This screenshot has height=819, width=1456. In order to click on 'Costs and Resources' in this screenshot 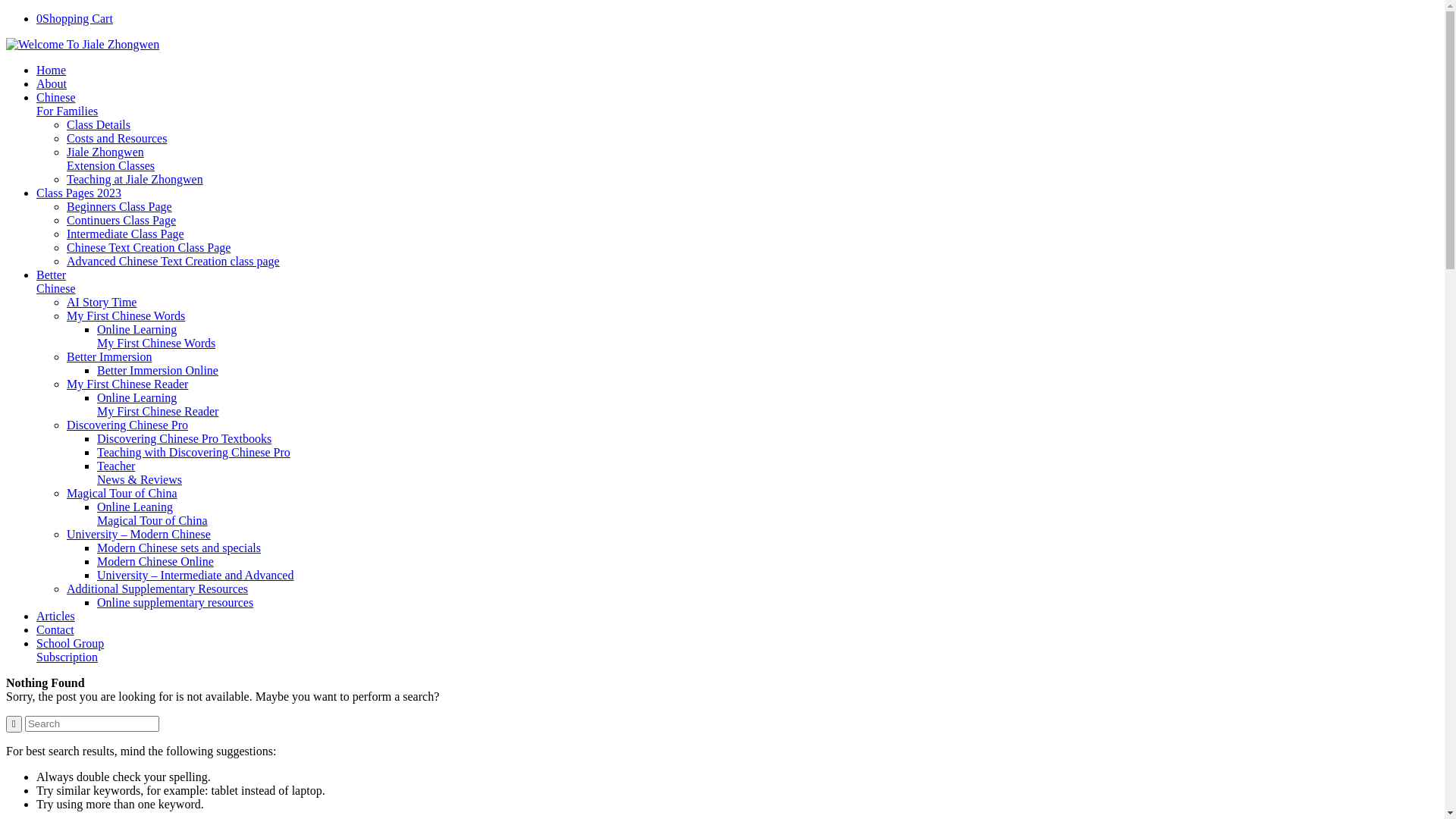, I will do `click(115, 138)`.